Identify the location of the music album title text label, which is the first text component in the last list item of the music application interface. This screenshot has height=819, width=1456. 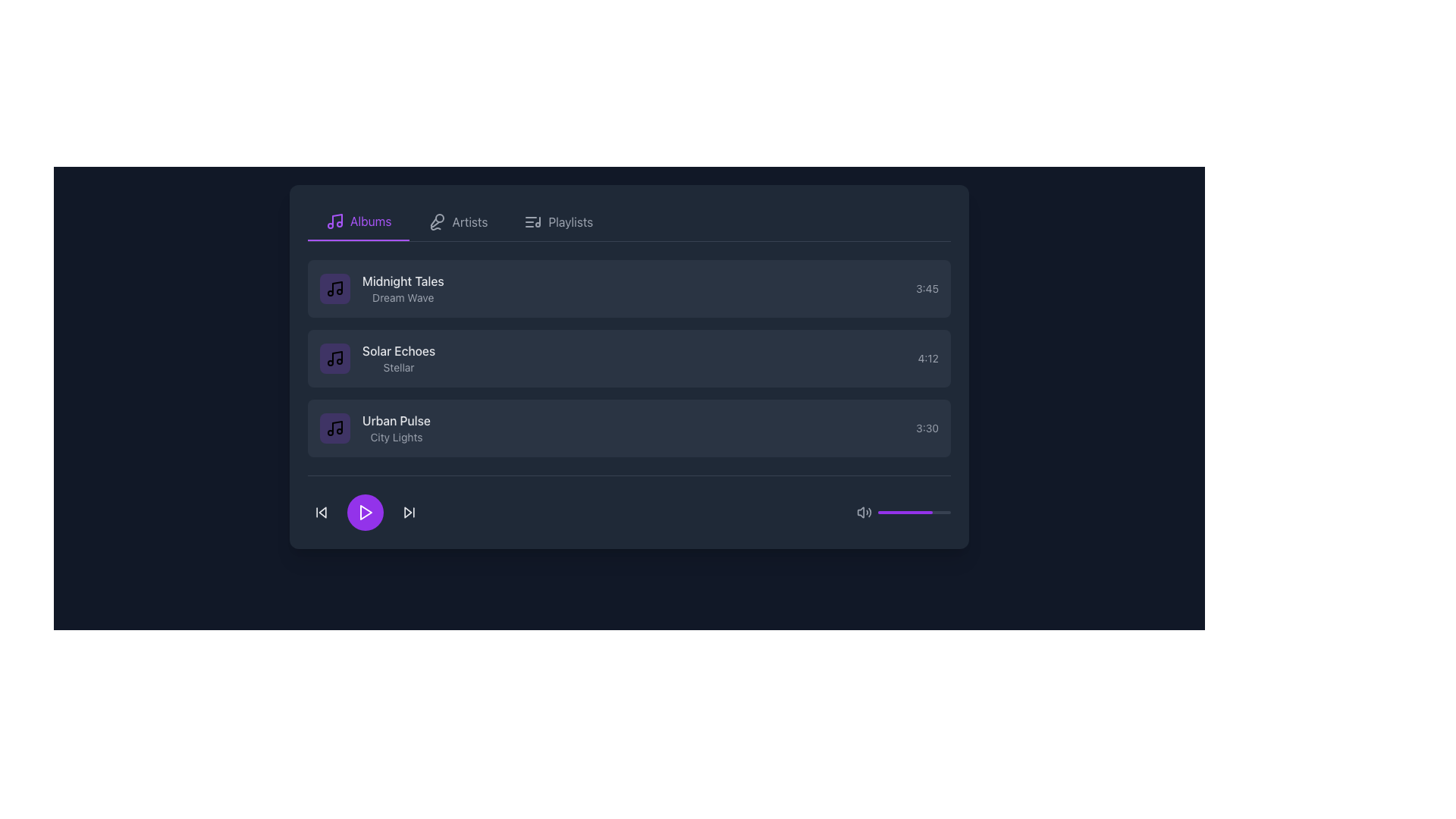
(397, 421).